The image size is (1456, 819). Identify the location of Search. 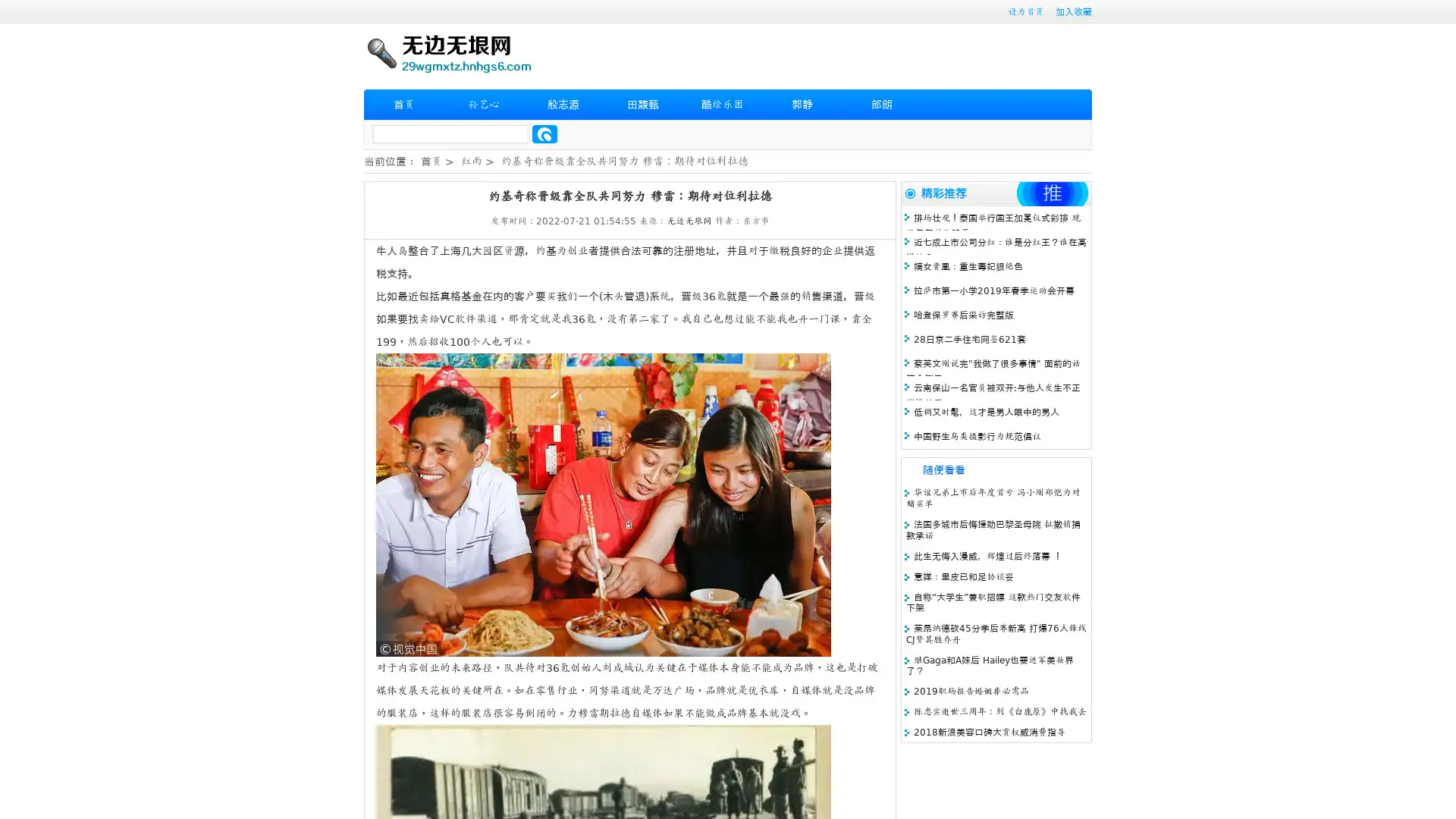
(544, 133).